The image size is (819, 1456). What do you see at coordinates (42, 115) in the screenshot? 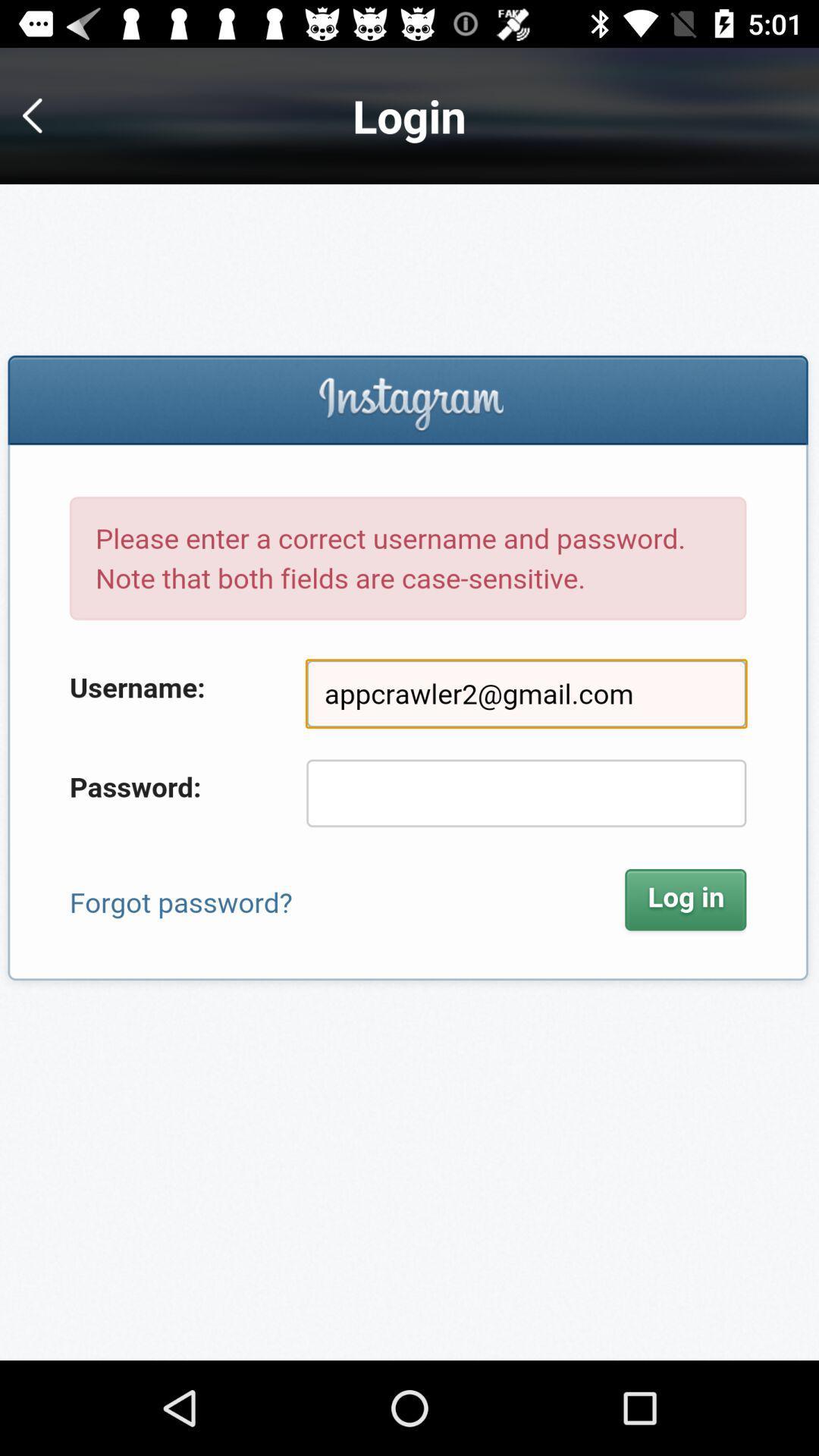
I see `go back` at bounding box center [42, 115].